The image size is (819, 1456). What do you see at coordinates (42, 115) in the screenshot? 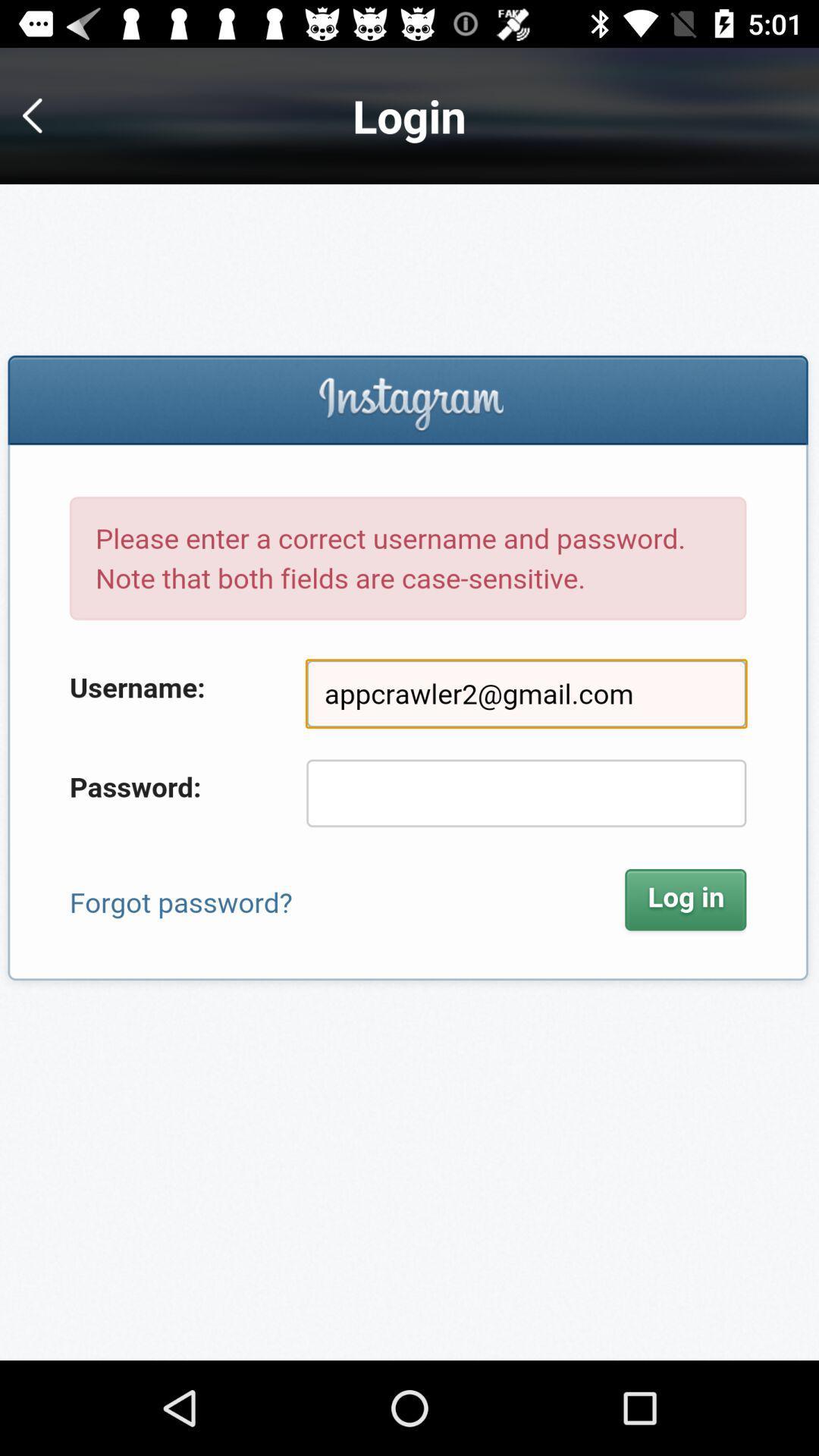
I see `go back` at bounding box center [42, 115].